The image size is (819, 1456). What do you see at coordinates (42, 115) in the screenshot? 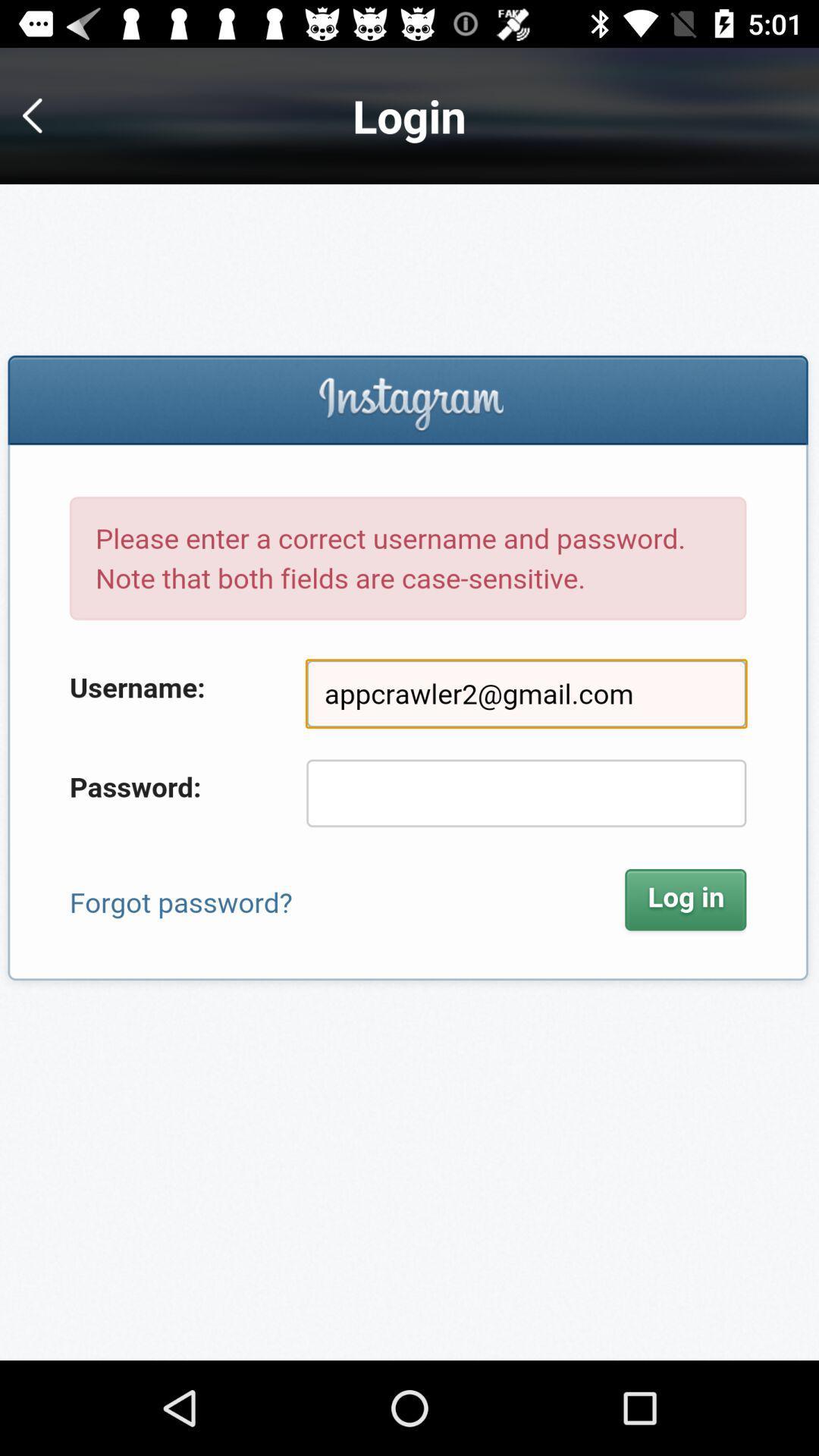
I see `go back` at bounding box center [42, 115].